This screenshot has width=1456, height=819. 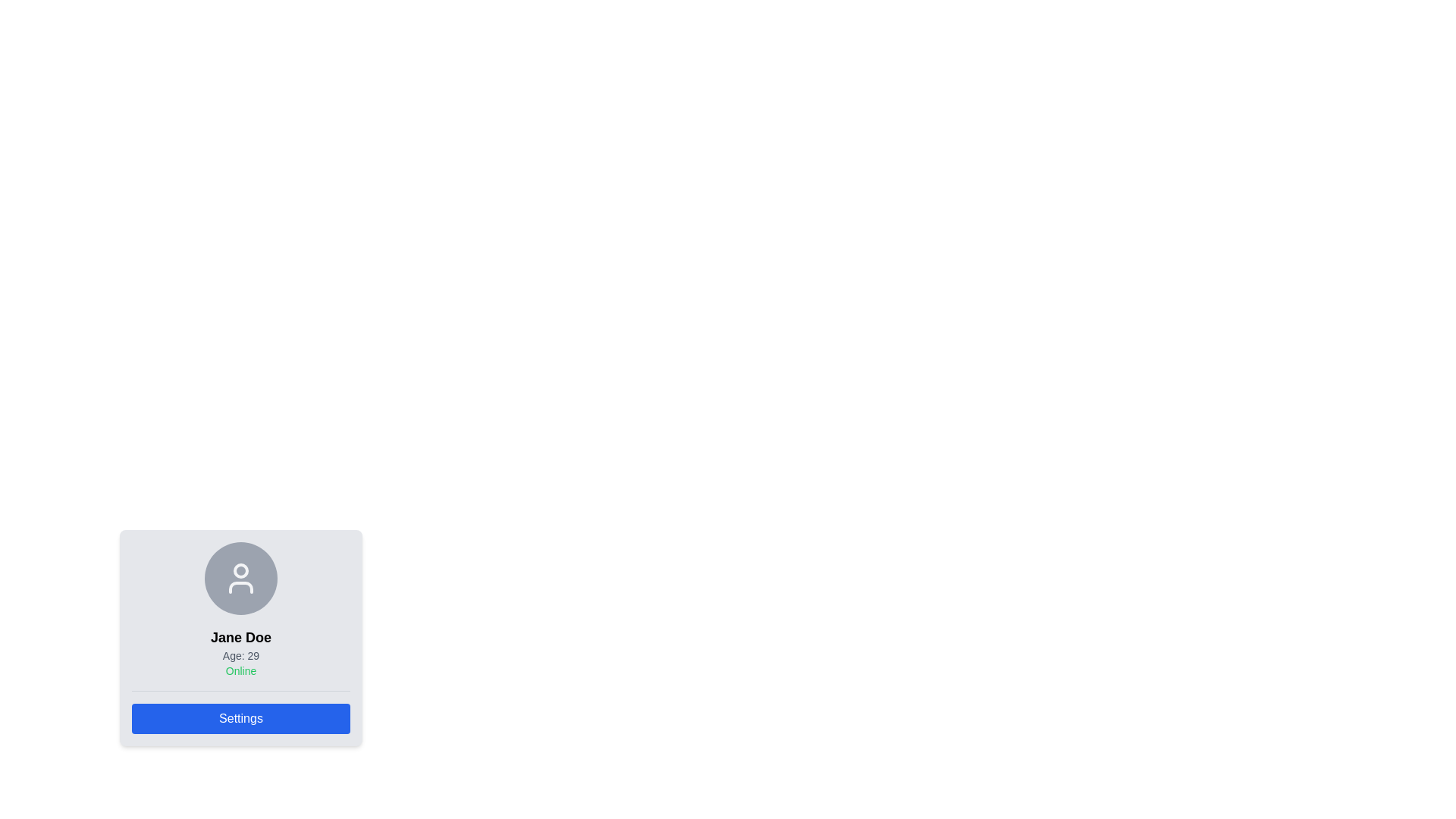 I want to click on the Avatar element located centrally above the user information text 'Jane Doe', 'Age: 29', and 'Online', so click(x=240, y=579).